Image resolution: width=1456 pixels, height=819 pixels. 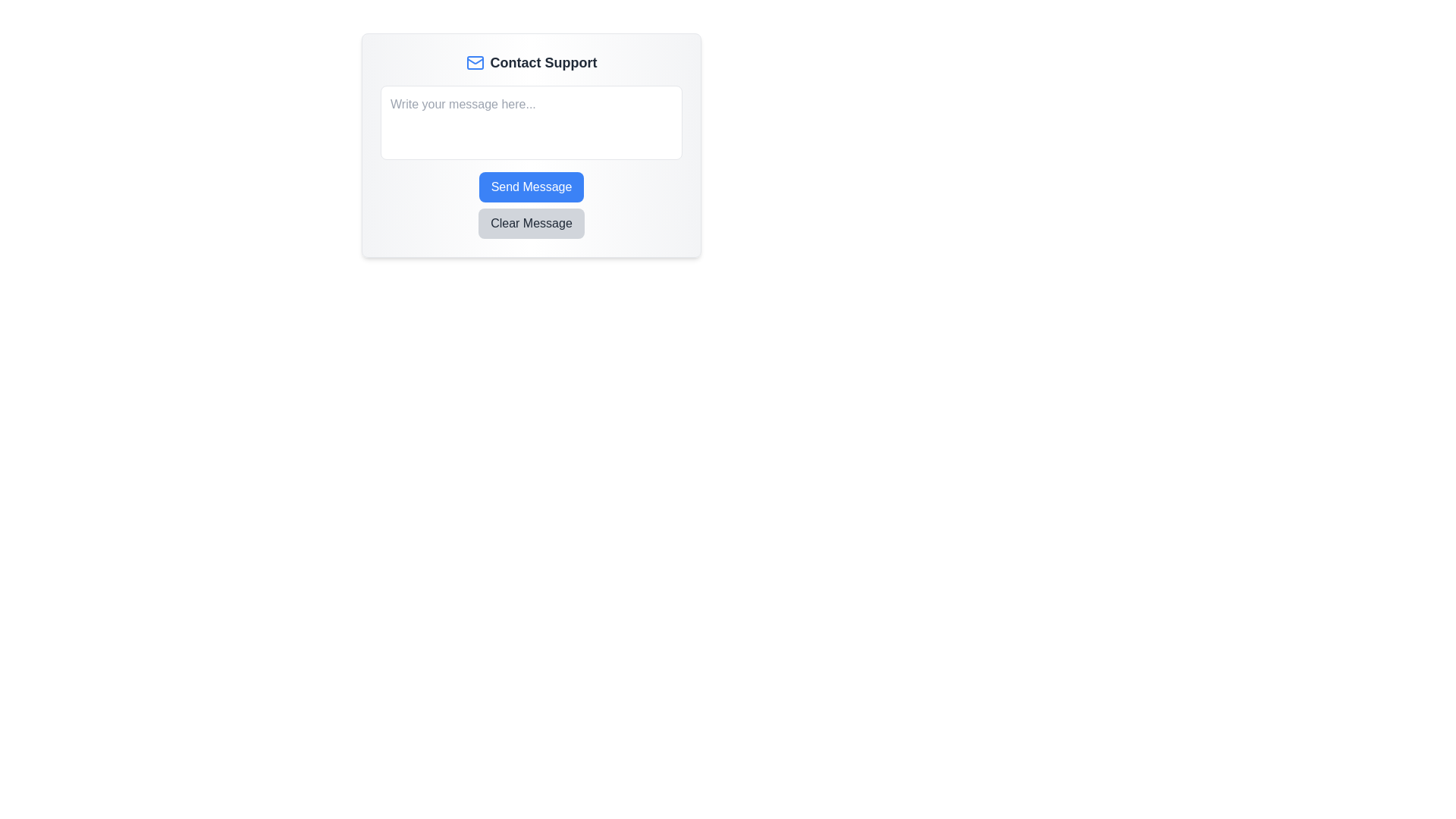 What do you see at coordinates (531, 62) in the screenshot?
I see `the label with icon that represents the action to contact support, located at the top of the centered card layout` at bounding box center [531, 62].